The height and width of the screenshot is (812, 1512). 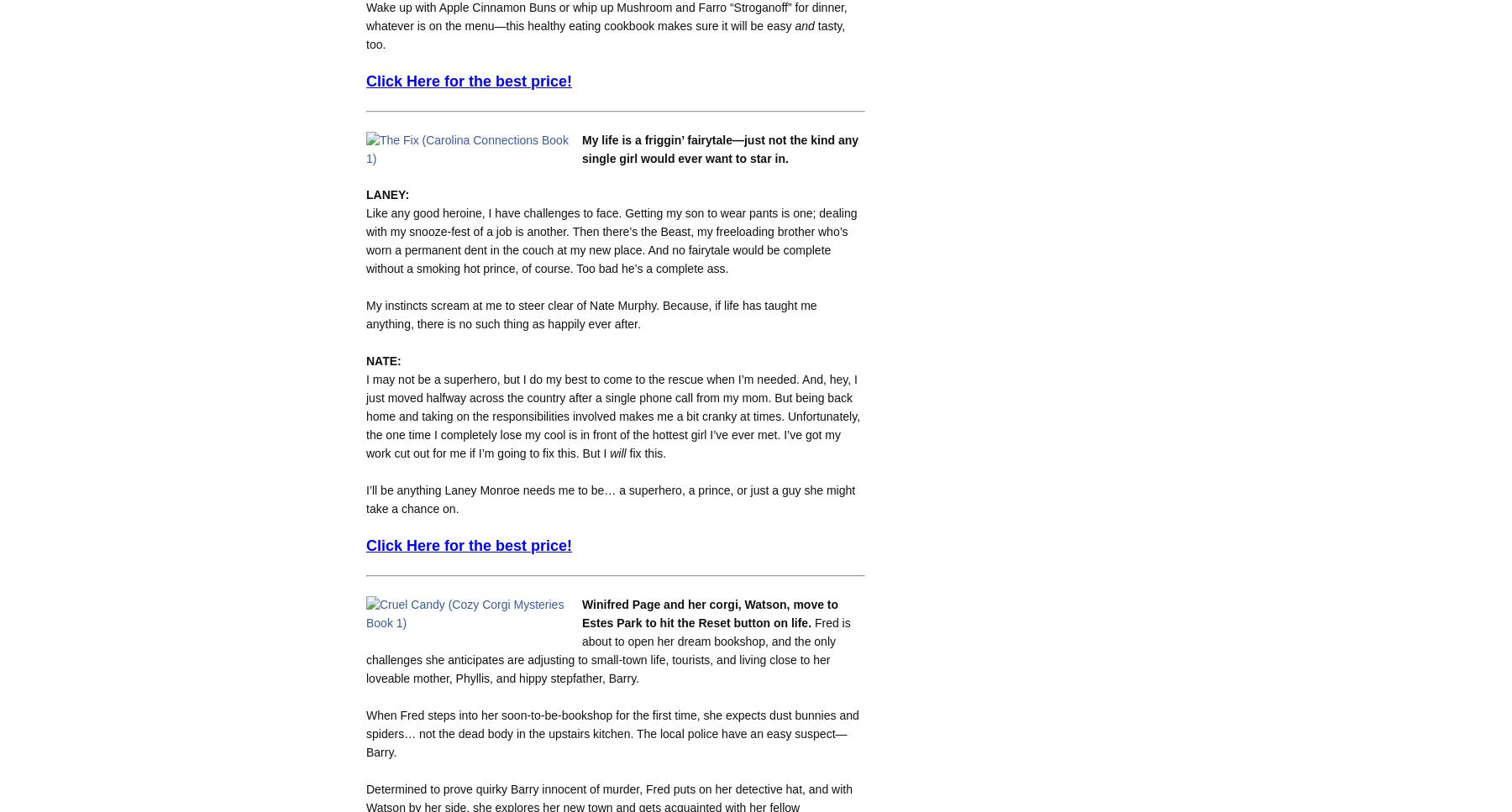 I want to click on 'My life is a friggin’ fairytale—just not the kind any single girl would ever want to star in.', so click(x=720, y=148).